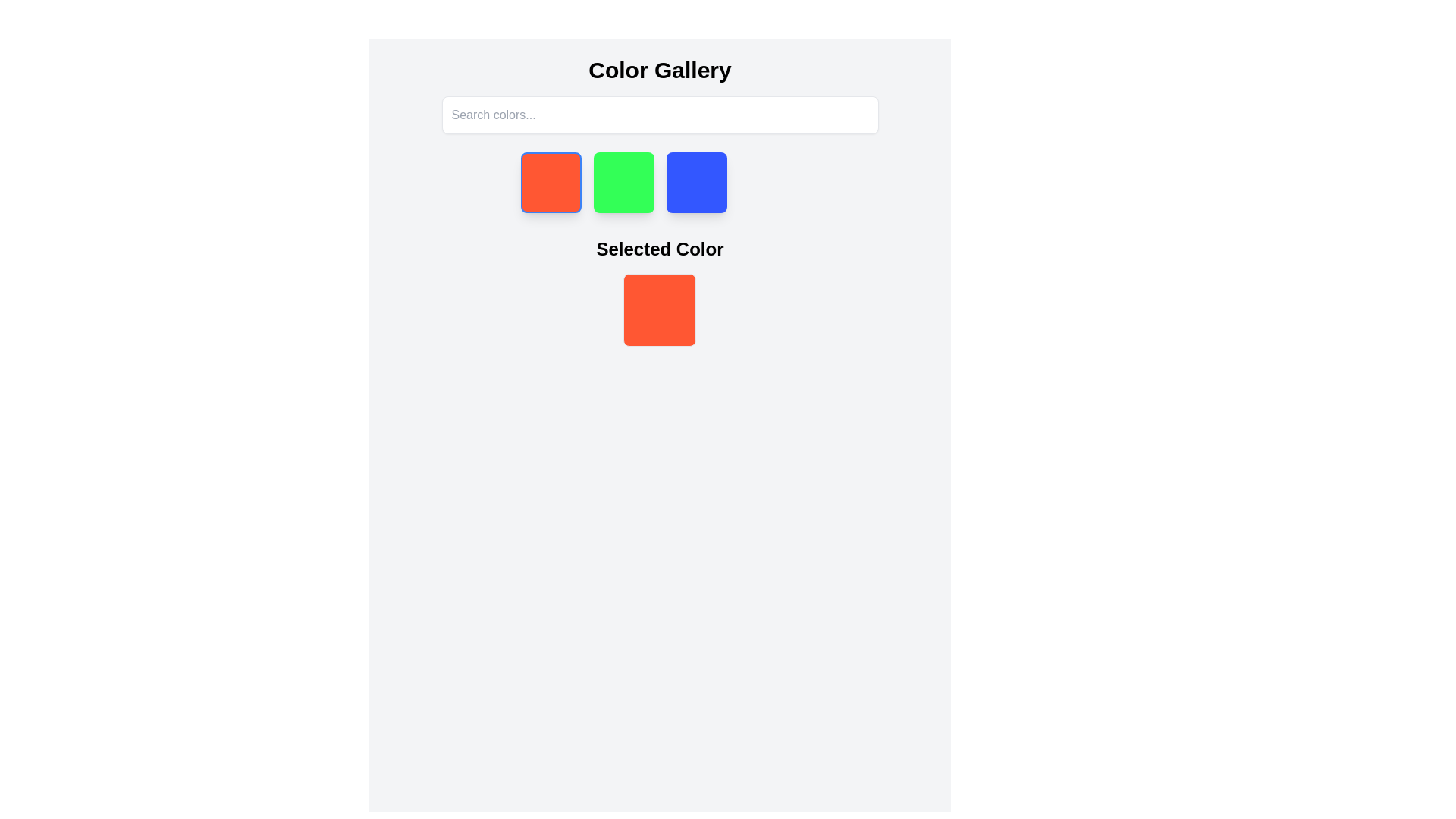  I want to click on the static label indicating the purpose of the area below it, which displays the currently selected color block. This label is positioned above the colored square block, so click(660, 248).